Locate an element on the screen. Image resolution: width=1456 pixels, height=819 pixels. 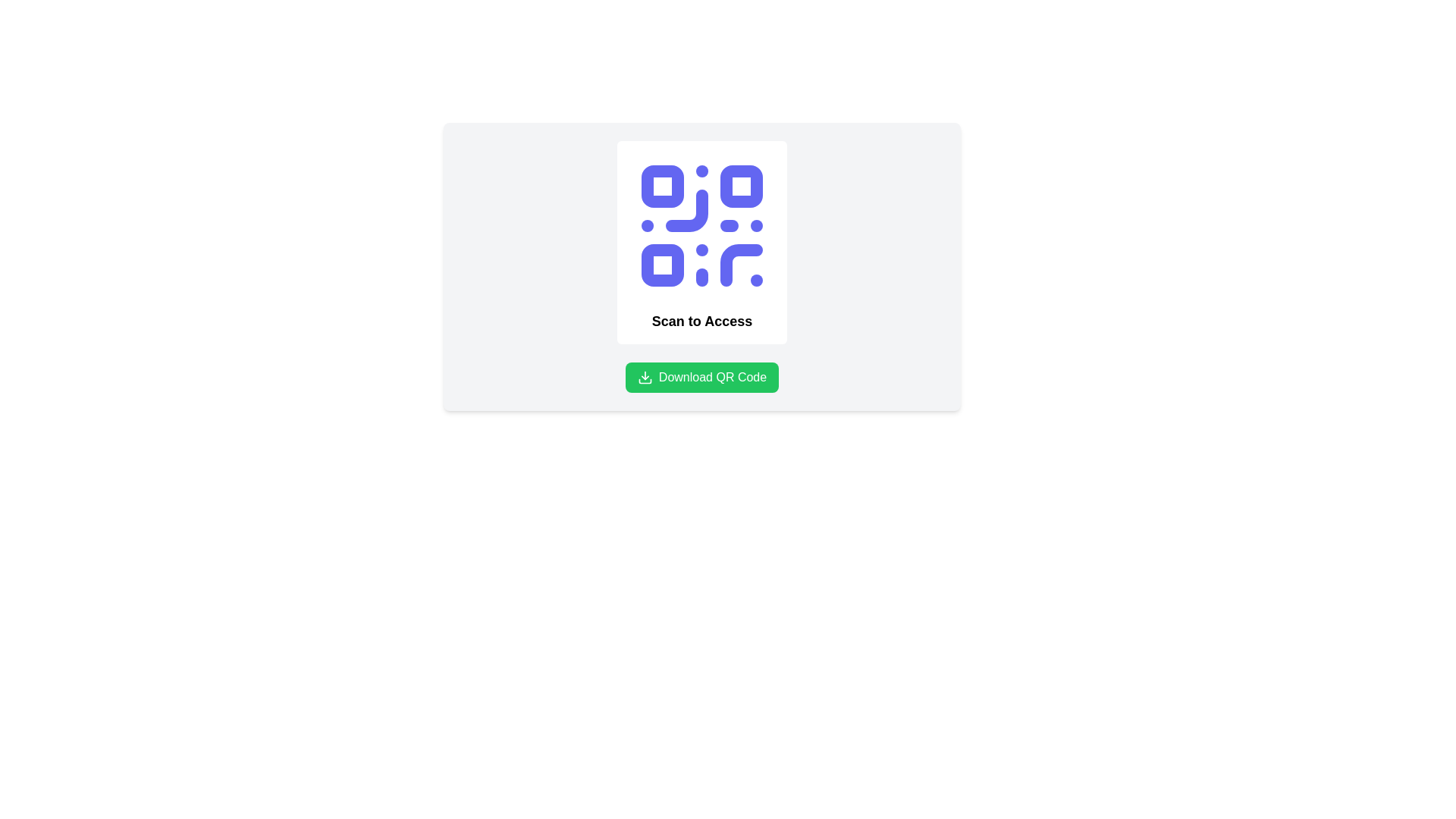
the green button labeled 'Download QR Code' is located at coordinates (701, 376).